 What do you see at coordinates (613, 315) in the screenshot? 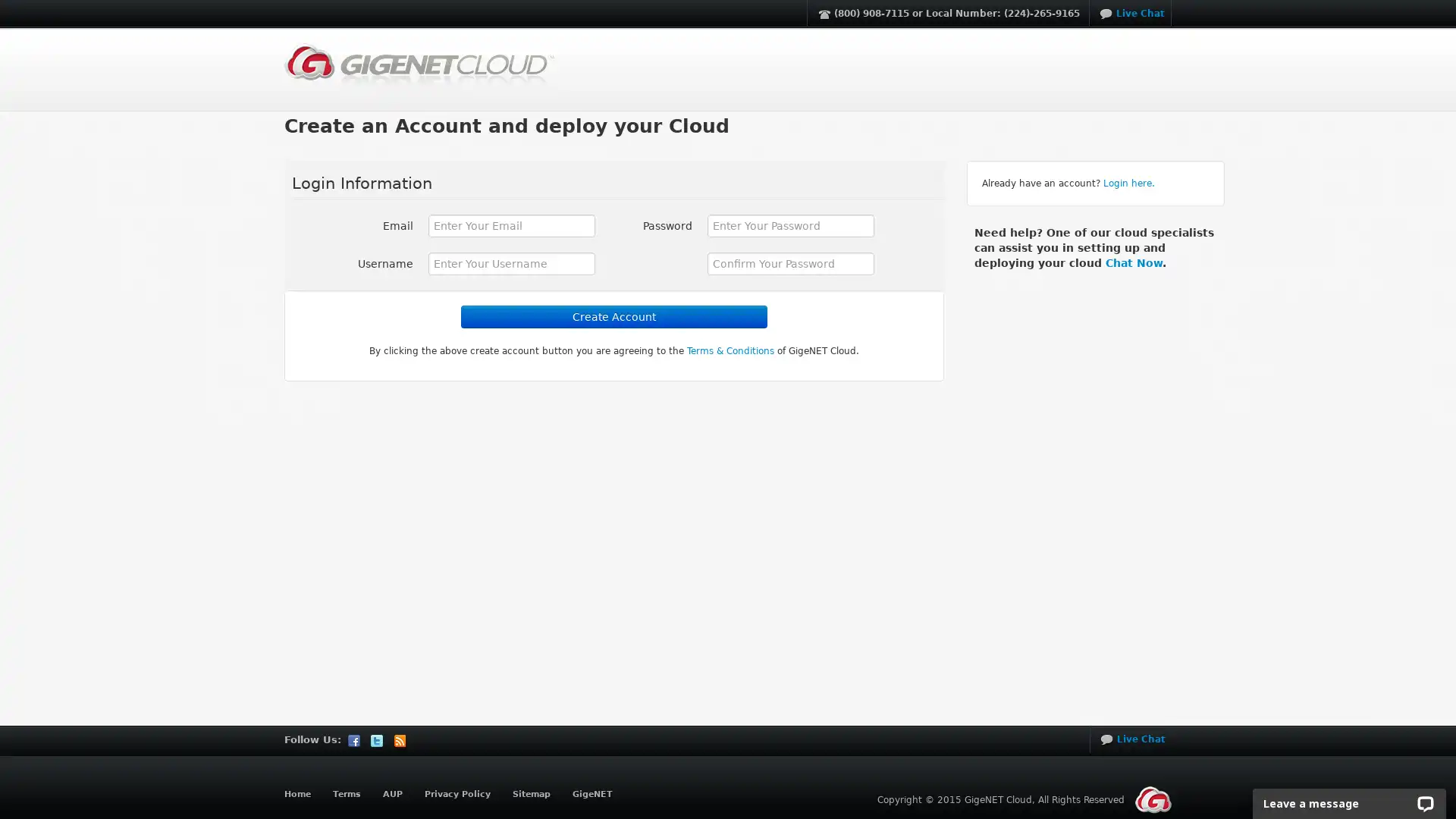
I see `Create Account` at bounding box center [613, 315].